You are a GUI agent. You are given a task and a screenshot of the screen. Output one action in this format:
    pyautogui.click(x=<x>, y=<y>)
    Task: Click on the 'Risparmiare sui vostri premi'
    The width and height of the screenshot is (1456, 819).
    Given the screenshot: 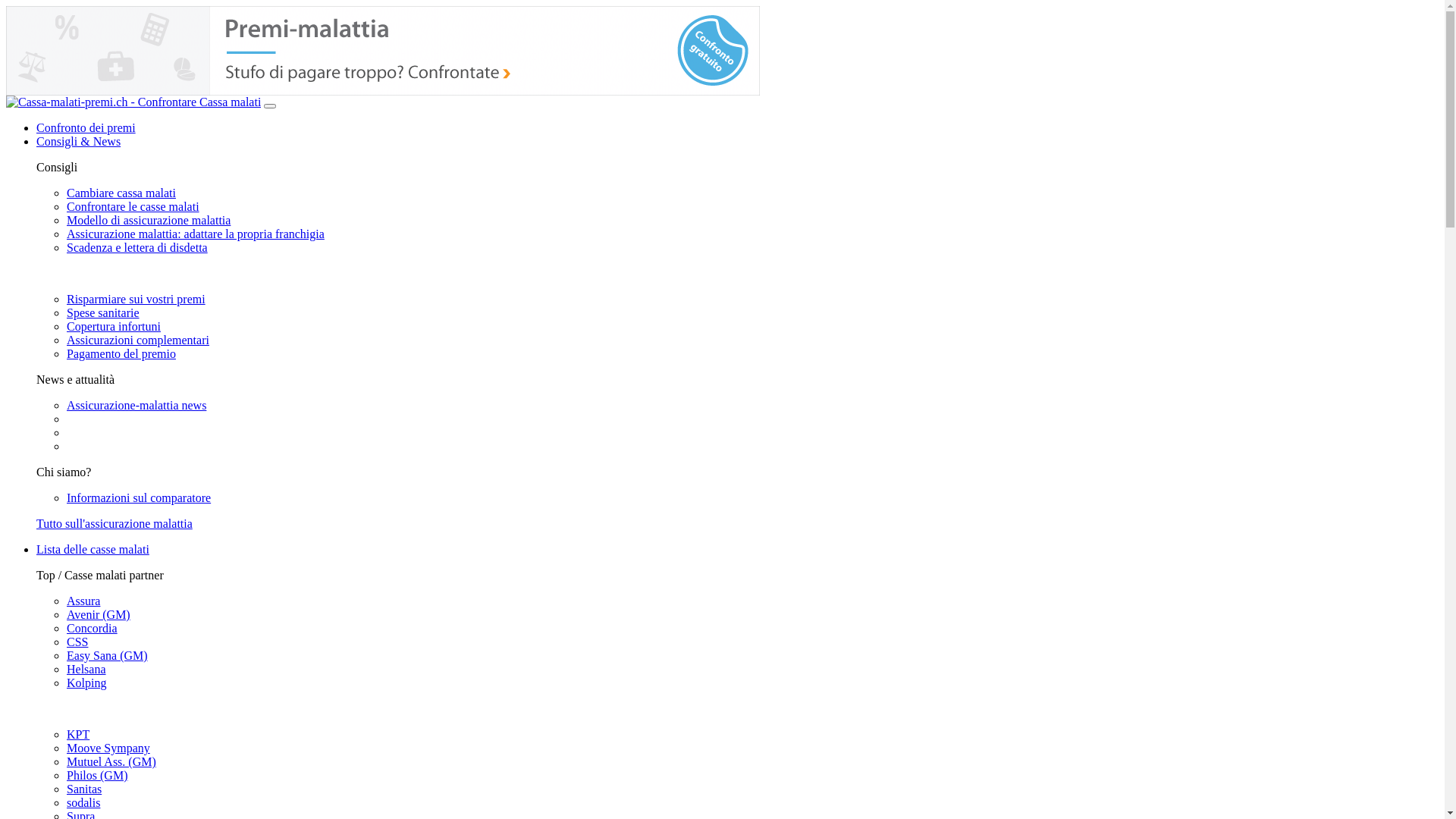 What is the action you would take?
    pyautogui.click(x=65, y=299)
    